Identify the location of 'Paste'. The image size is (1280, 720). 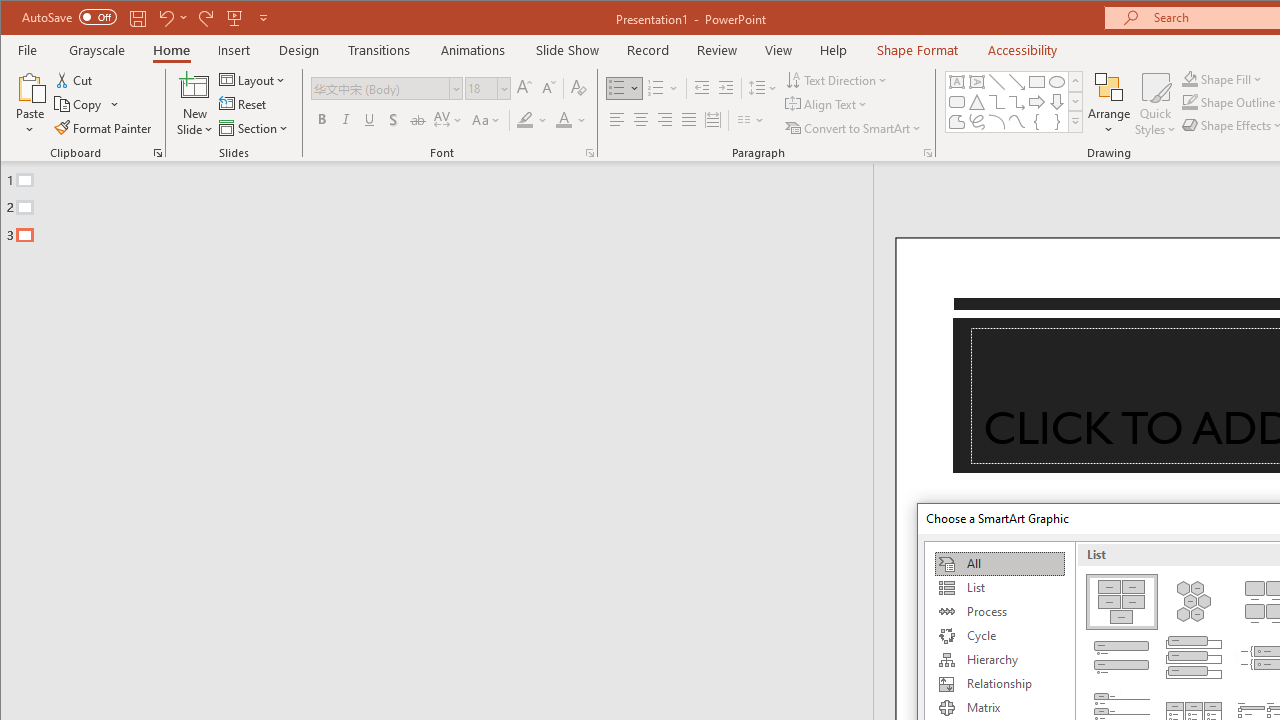
(30, 85).